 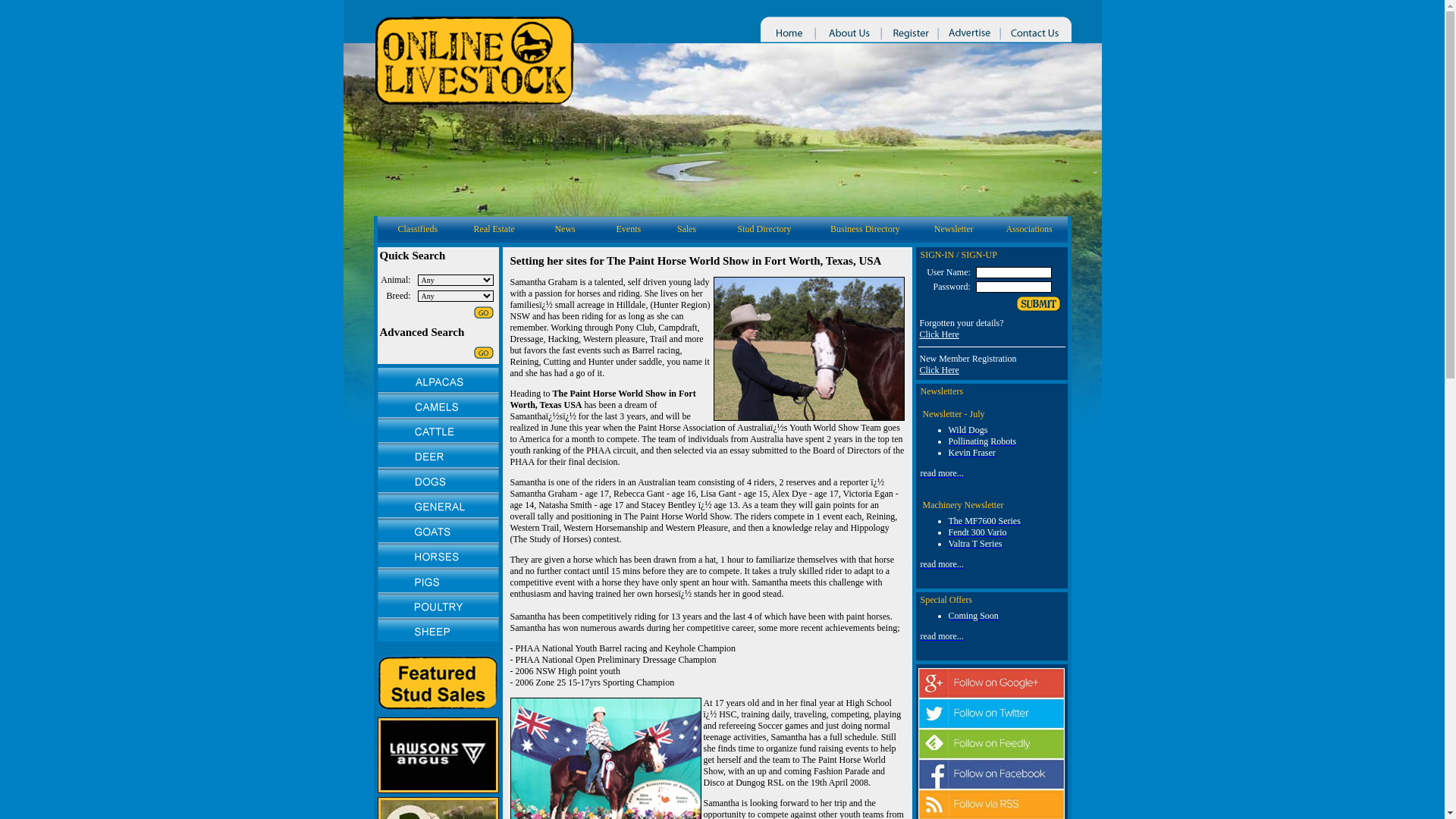 I want to click on 'Fendt 300 Vario', so click(x=977, y=532).